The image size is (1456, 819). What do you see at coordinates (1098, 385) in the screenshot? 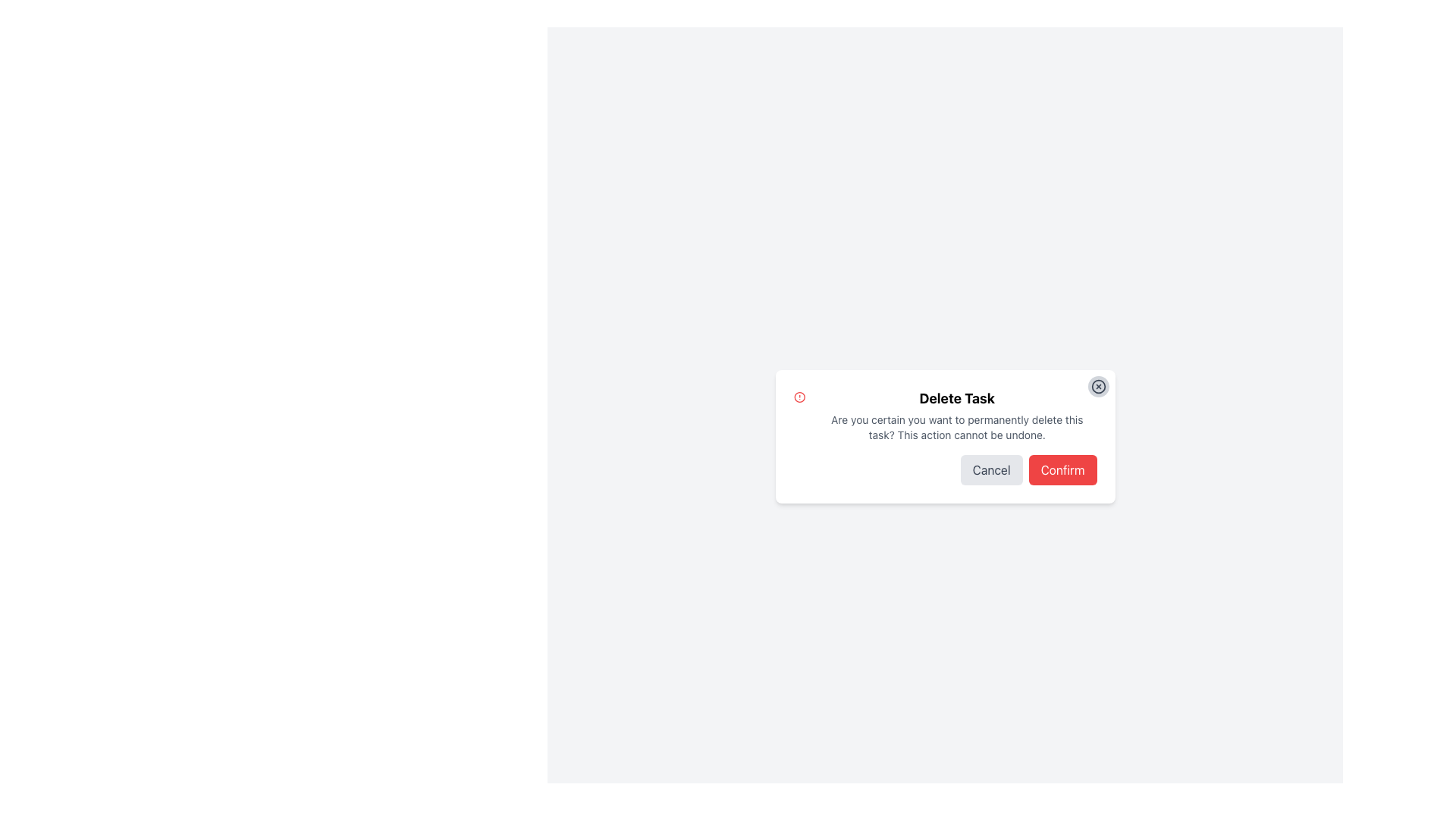
I see `the center of the close button icon in the top-right corner of the 'Delete Task' modal` at bounding box center [1098, 385].